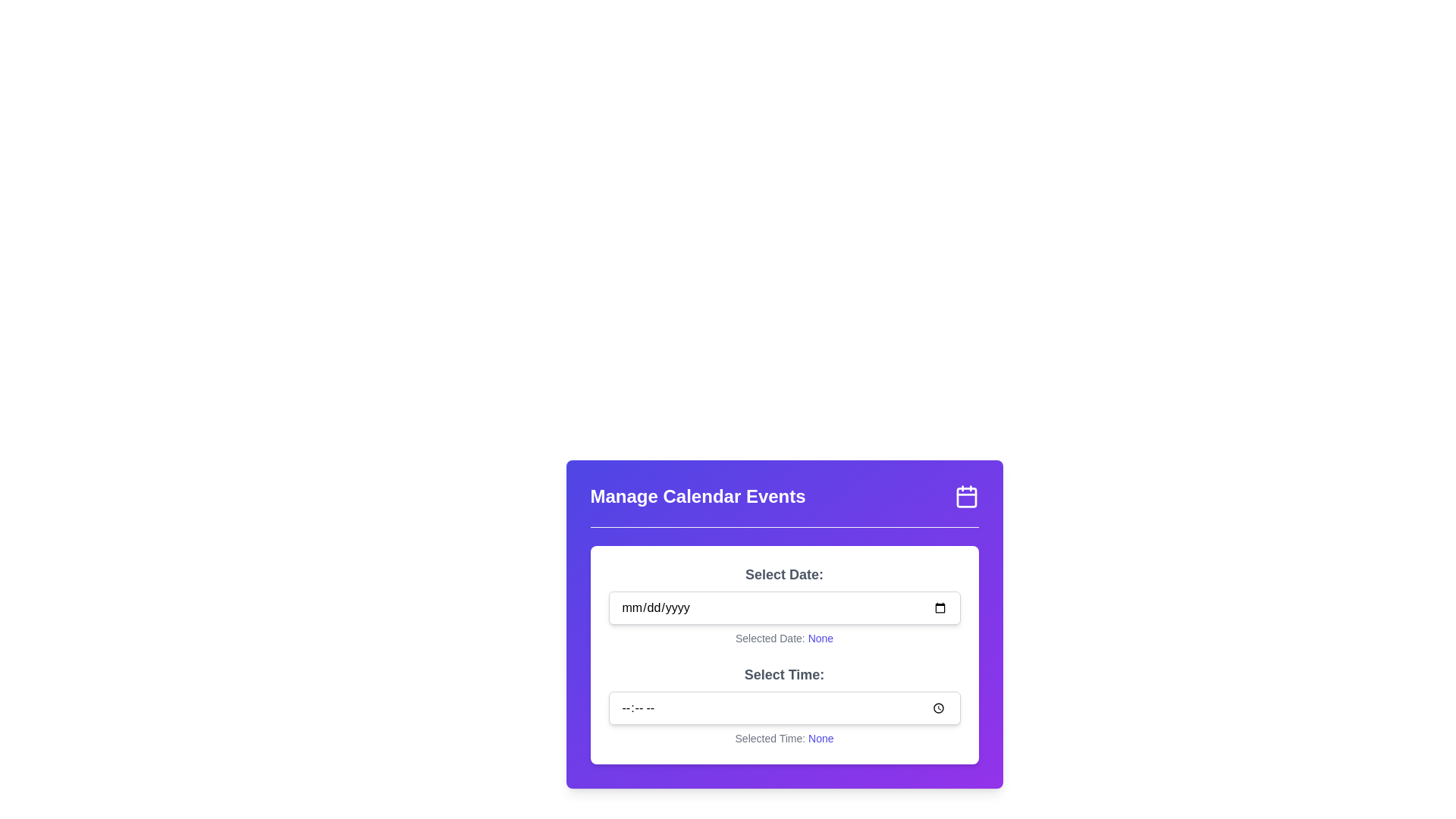  I want to click on the calendar icon located in the upper-right corner of the 'Manage Calendar Events' section, so click(965, 497).